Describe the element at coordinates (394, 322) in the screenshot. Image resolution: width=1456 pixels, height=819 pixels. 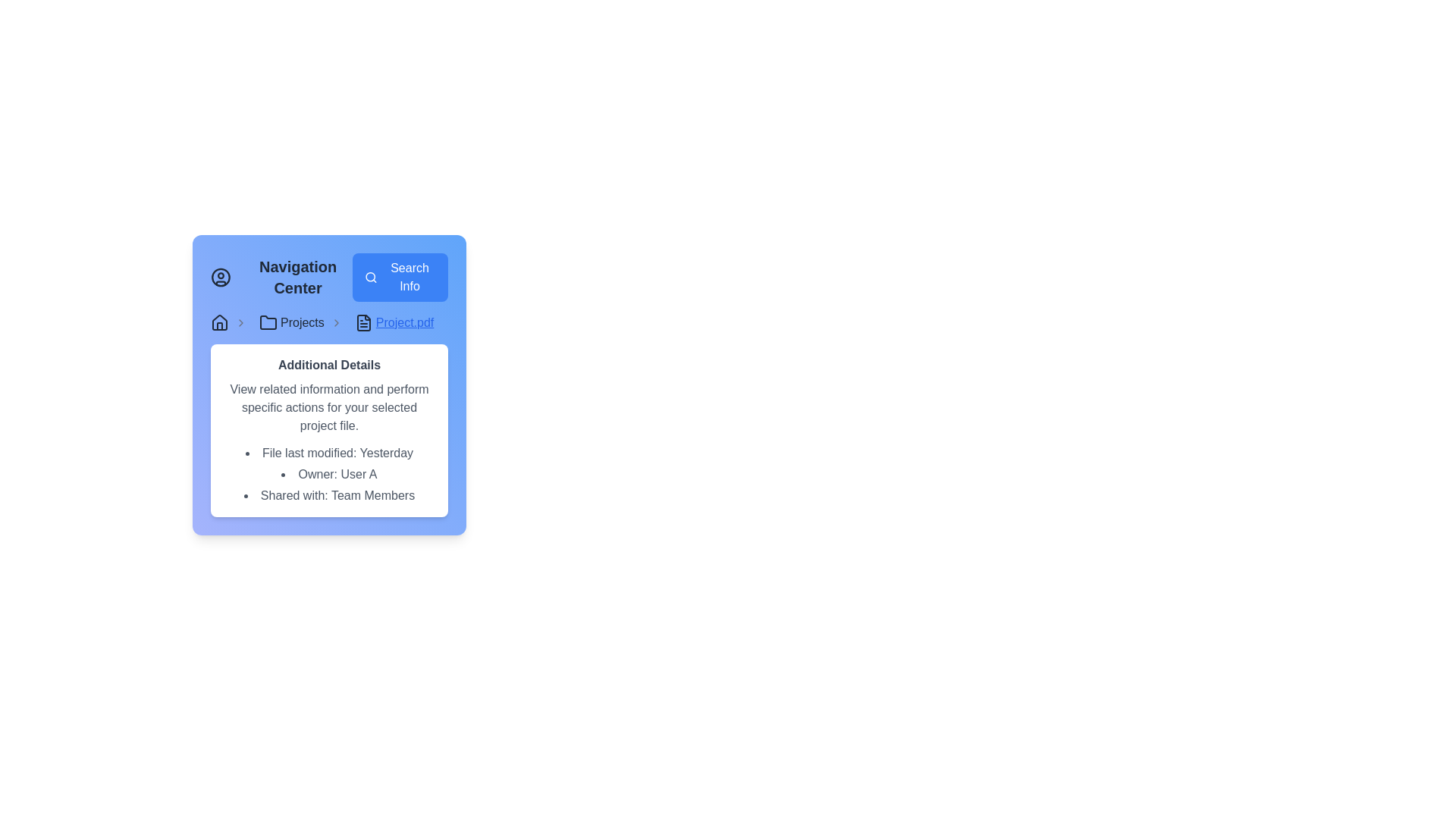
I see `the hyperlink with an icon that links to 'Project.pdf' located at the end of the breadcrumb navigation bar under the 'Projects' label` at that location.